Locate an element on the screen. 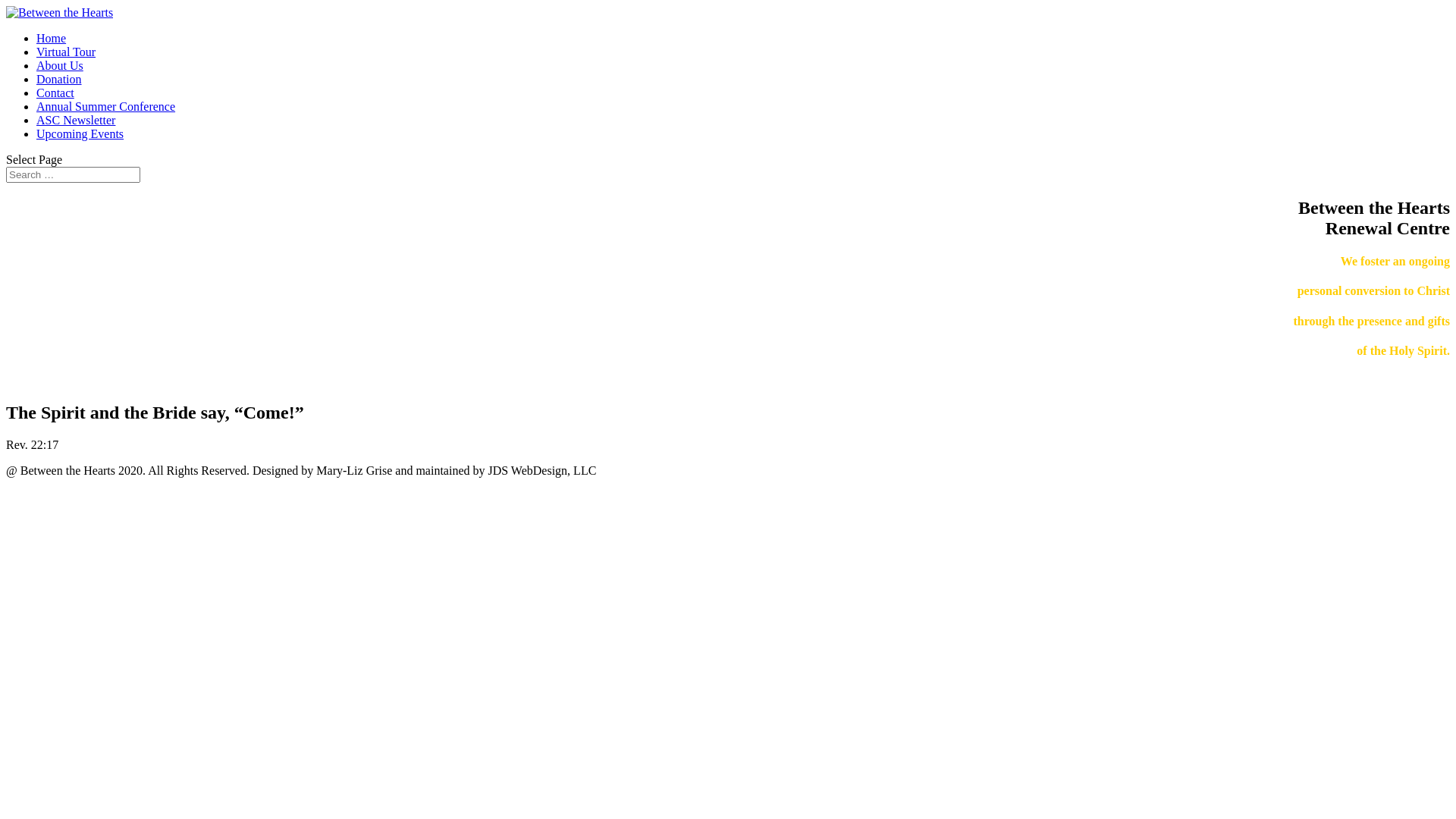 The height and width of the screenshot is (819, 1456). 'Virtual Tour' is located at coordinates (36, 51).